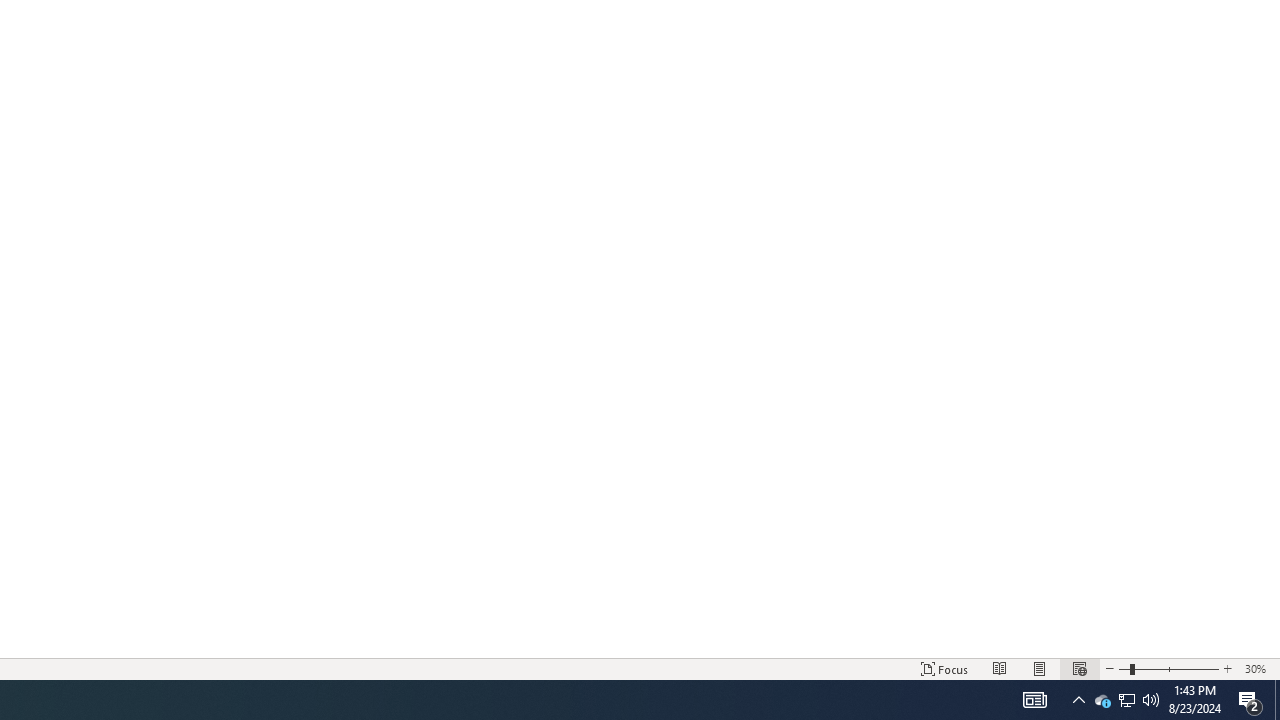 Image resolution: width=1280 pixels, height=720 pixels. What do you see at coordinates (1168, 669) in the screenshot?
I see `'Zoom'` at bounding box center [1168, 669].